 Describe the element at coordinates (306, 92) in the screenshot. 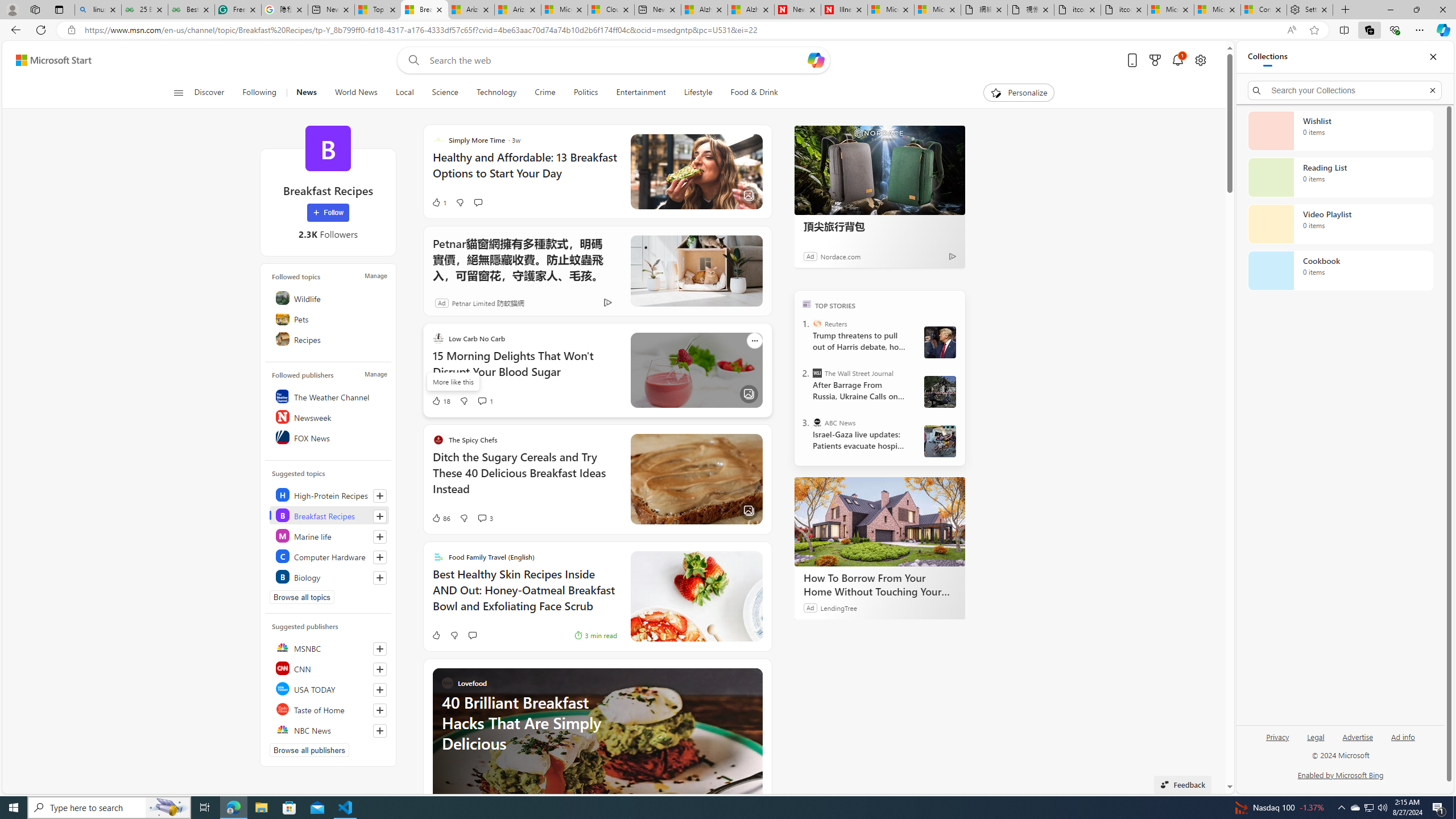

I see `'News'` at that location.